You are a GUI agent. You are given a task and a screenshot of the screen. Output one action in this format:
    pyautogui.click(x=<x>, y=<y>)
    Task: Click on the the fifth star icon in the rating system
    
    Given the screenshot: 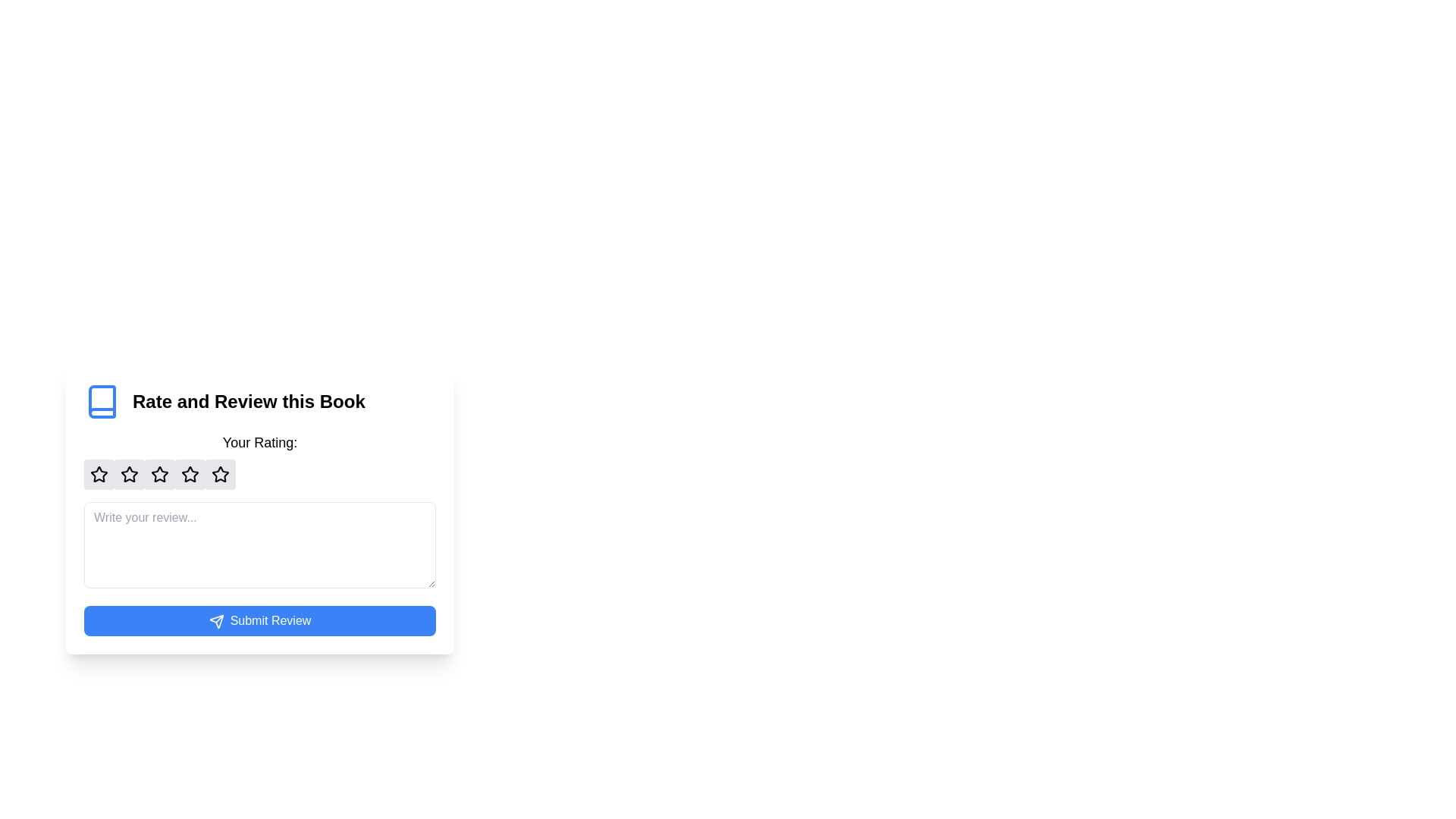 What is the action you would take?
    pyautogui.click(x=220, y=473)
    